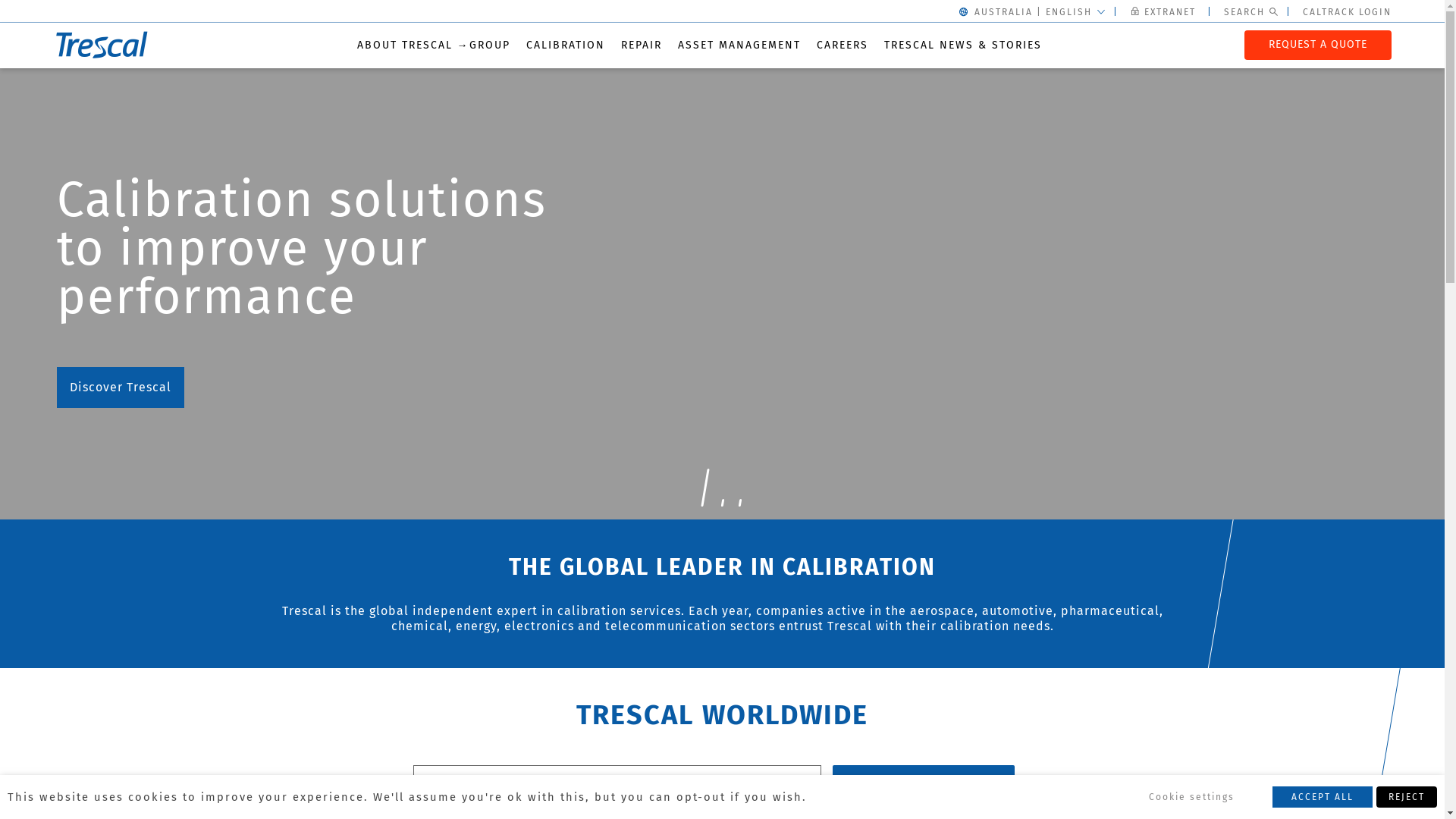 Image resolution: width=1456 pixels, height=819 pixels. Describe the element at coordinates (564, 44) in the screenshot. I see `'CALIBRATION'` at that location.